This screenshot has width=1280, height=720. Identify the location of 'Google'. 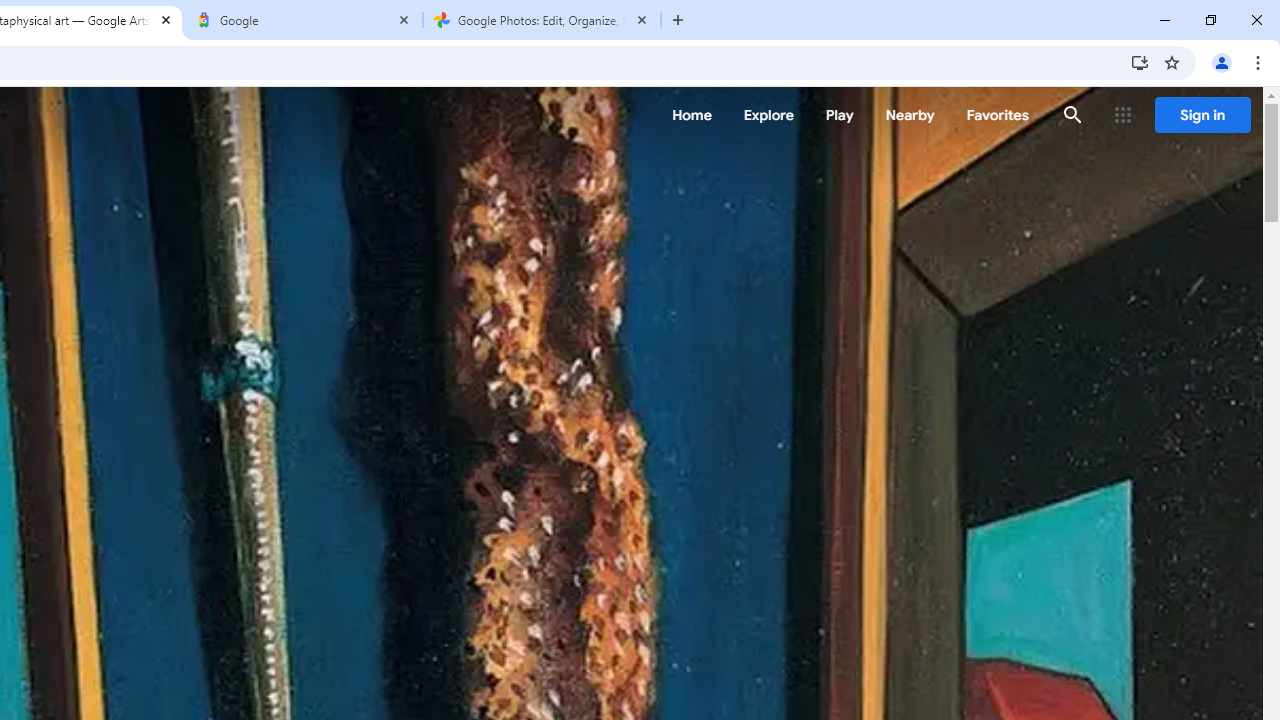
(303, 20).